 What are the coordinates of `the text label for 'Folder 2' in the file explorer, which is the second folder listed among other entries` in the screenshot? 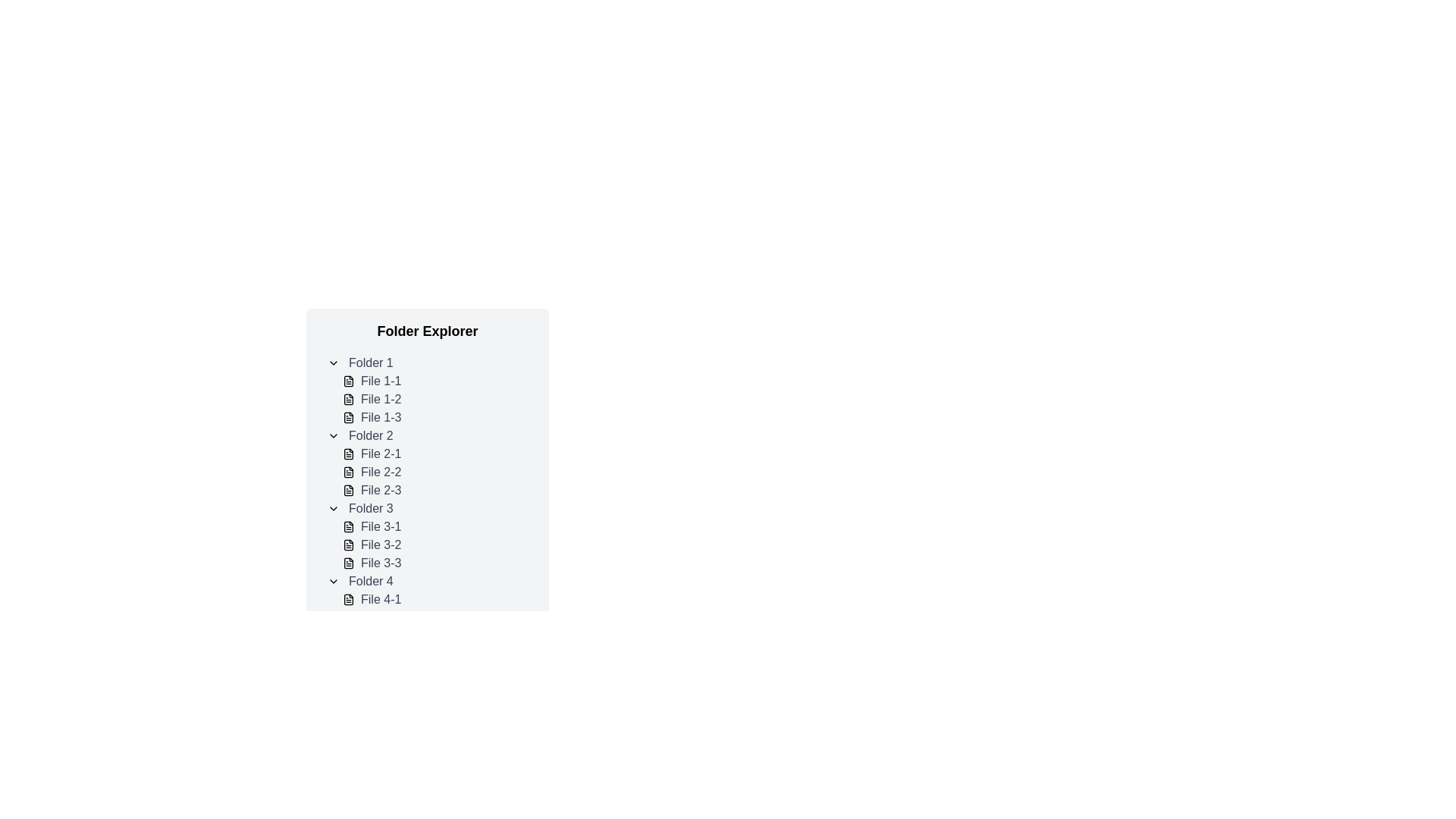 It's located at (371, 435).